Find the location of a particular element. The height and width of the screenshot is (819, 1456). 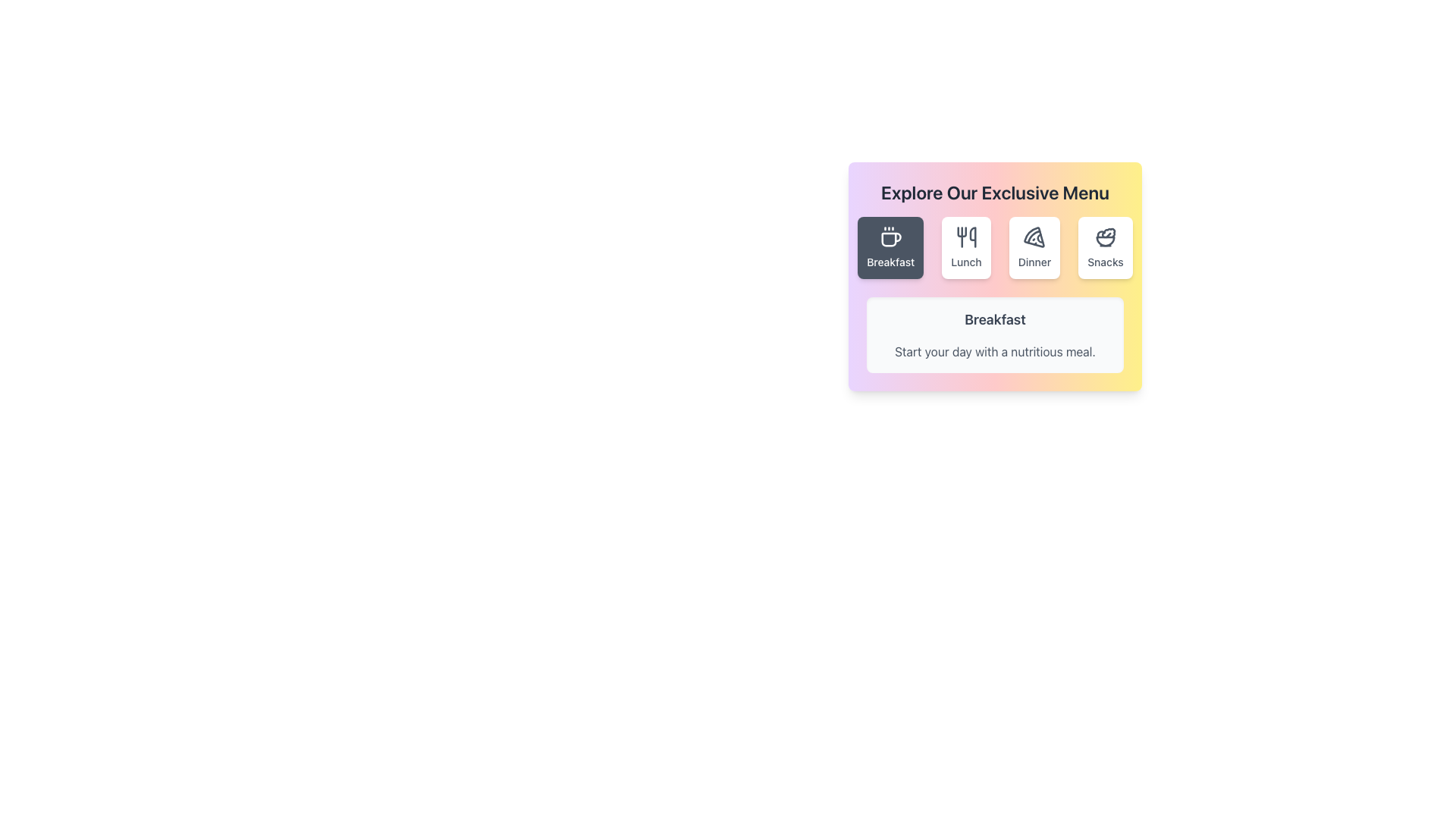

the small curved line forming part of the pizza-shaped icon within the 'Dinner' button in the 'Explore Our Exclusive Menu' section for tooltip or visual feedback is located at coordinates (1034, 237).